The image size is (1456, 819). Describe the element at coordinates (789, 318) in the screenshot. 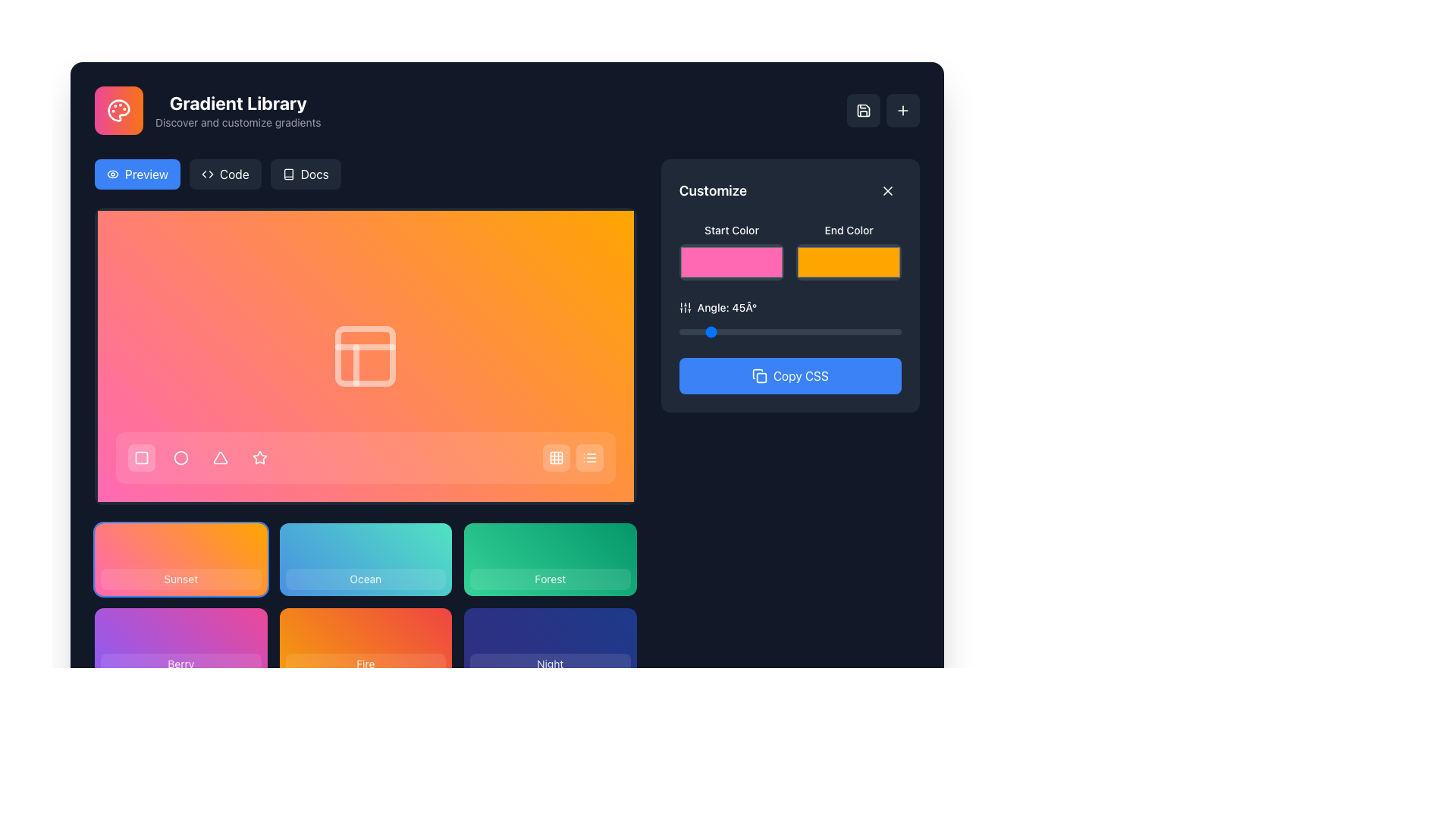

I see `the horizontal slider labeled 'Angle: 45°' located in the 'Customize' panel, below the color pickers and above the 'Copy CSS' button` at that location.